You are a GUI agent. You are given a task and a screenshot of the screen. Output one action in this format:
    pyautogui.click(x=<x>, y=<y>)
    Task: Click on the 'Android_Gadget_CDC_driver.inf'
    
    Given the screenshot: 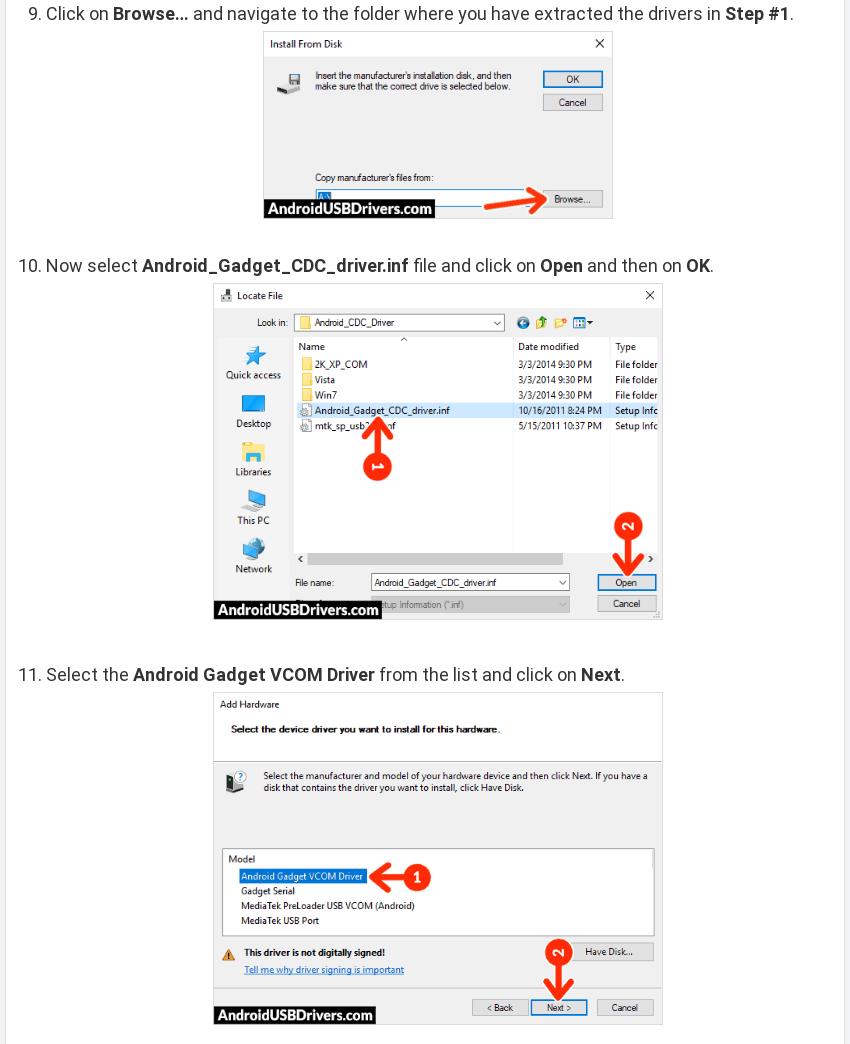 What is the action you would take?
    pyautogui.click(x=274, y=263)
    